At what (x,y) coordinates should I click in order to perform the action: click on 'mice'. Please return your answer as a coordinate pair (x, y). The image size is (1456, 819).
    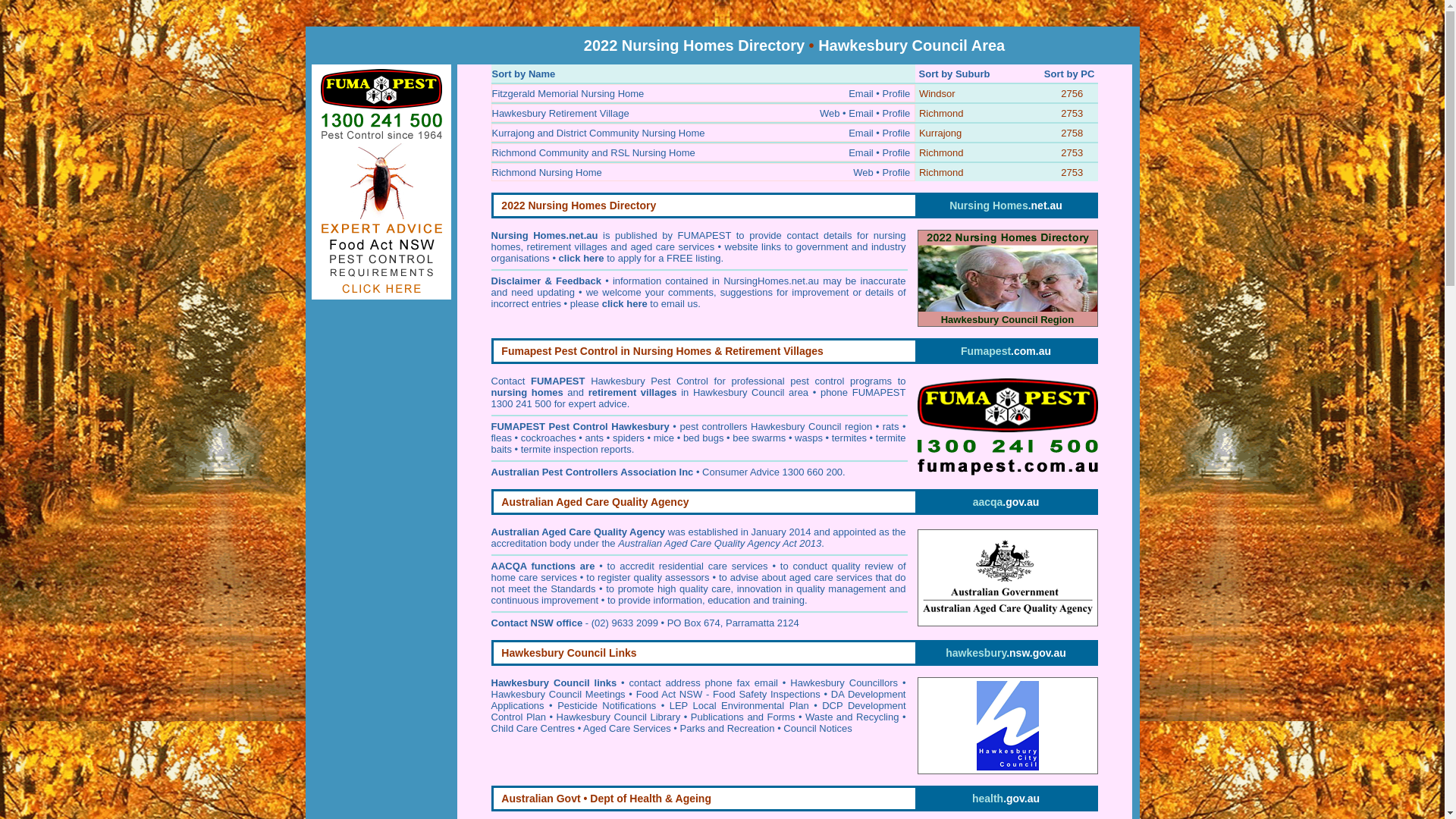
    Looking at the image, I should click on (664, 438).